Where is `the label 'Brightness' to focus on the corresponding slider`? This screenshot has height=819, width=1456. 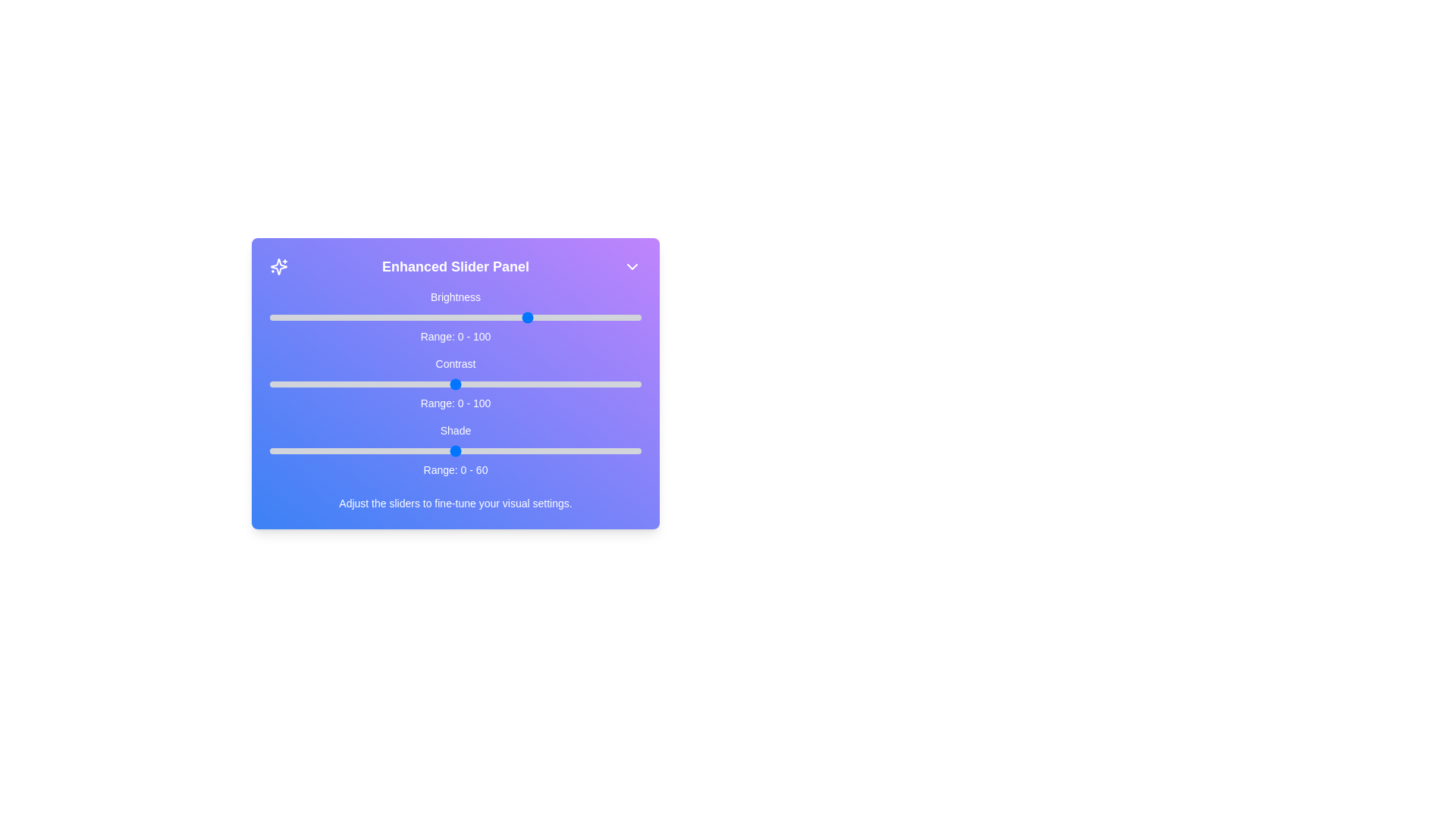
the label 'Brightness' to focus on the corresponding slider is located at coordinates (454, 297).